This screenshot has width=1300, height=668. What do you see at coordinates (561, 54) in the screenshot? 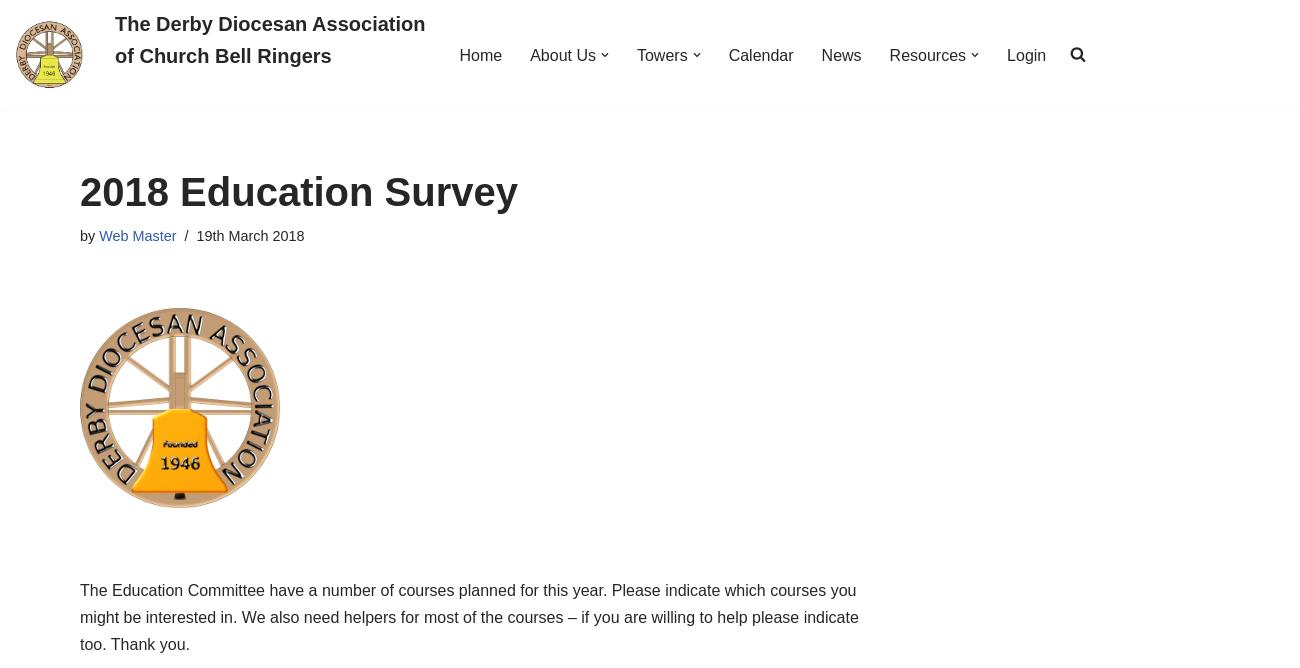
I see `'About Us'` at bounding box center [561, 54].